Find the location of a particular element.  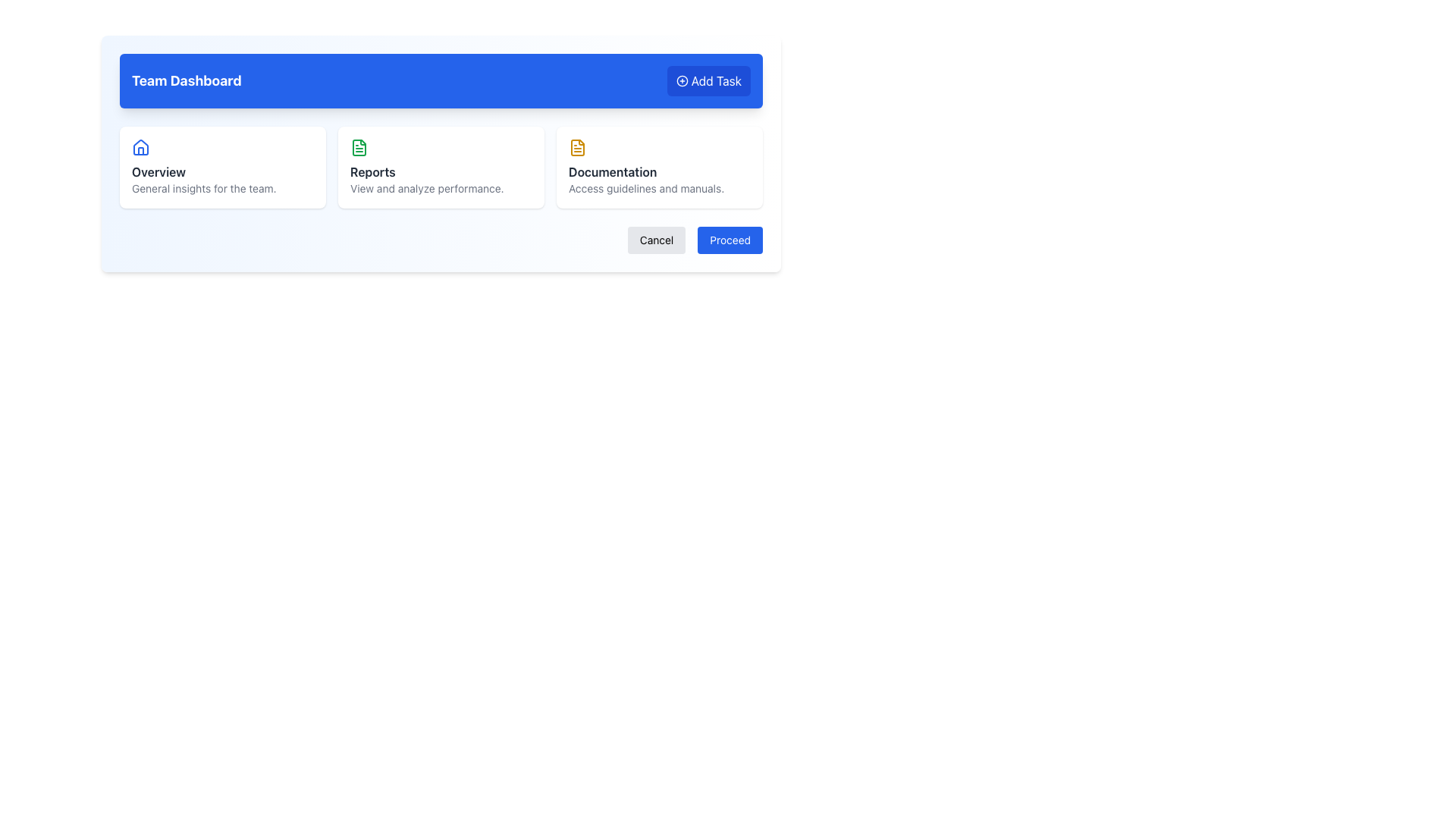

text content of the descriptive label located below the 'Reports' heading in the second card of a horizontal trio of cards is located at coordinates (426, 188).